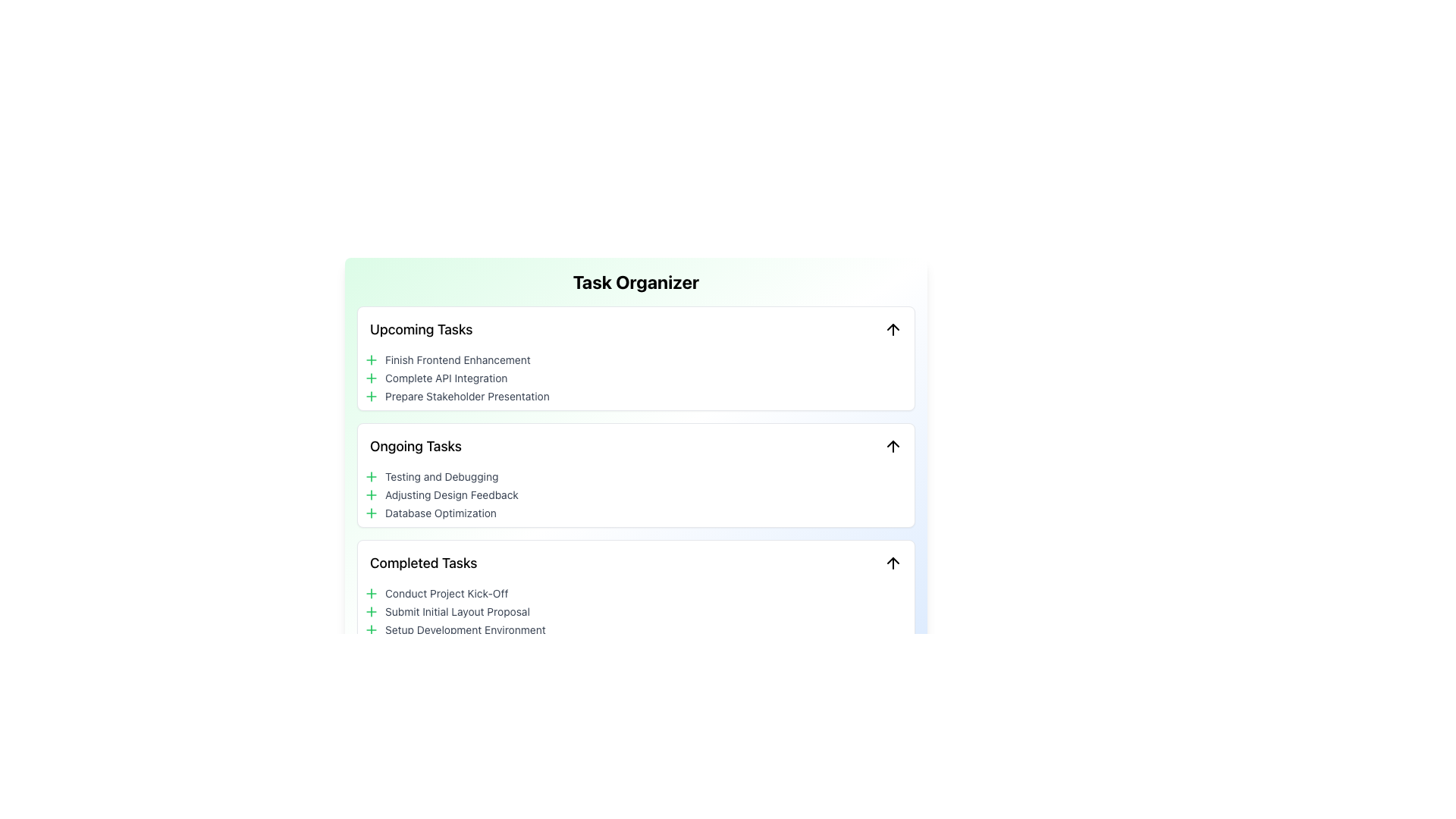 Image resolution: width=1456 pixels, height=819 pixels. Describe the element at coordinates (371, 494) in the screenshot. I see `the green plus symbol icon located at the beginning of the 'Adjusting Design Feedback' list item in the 'Ongoing Tasks' section` at that location.